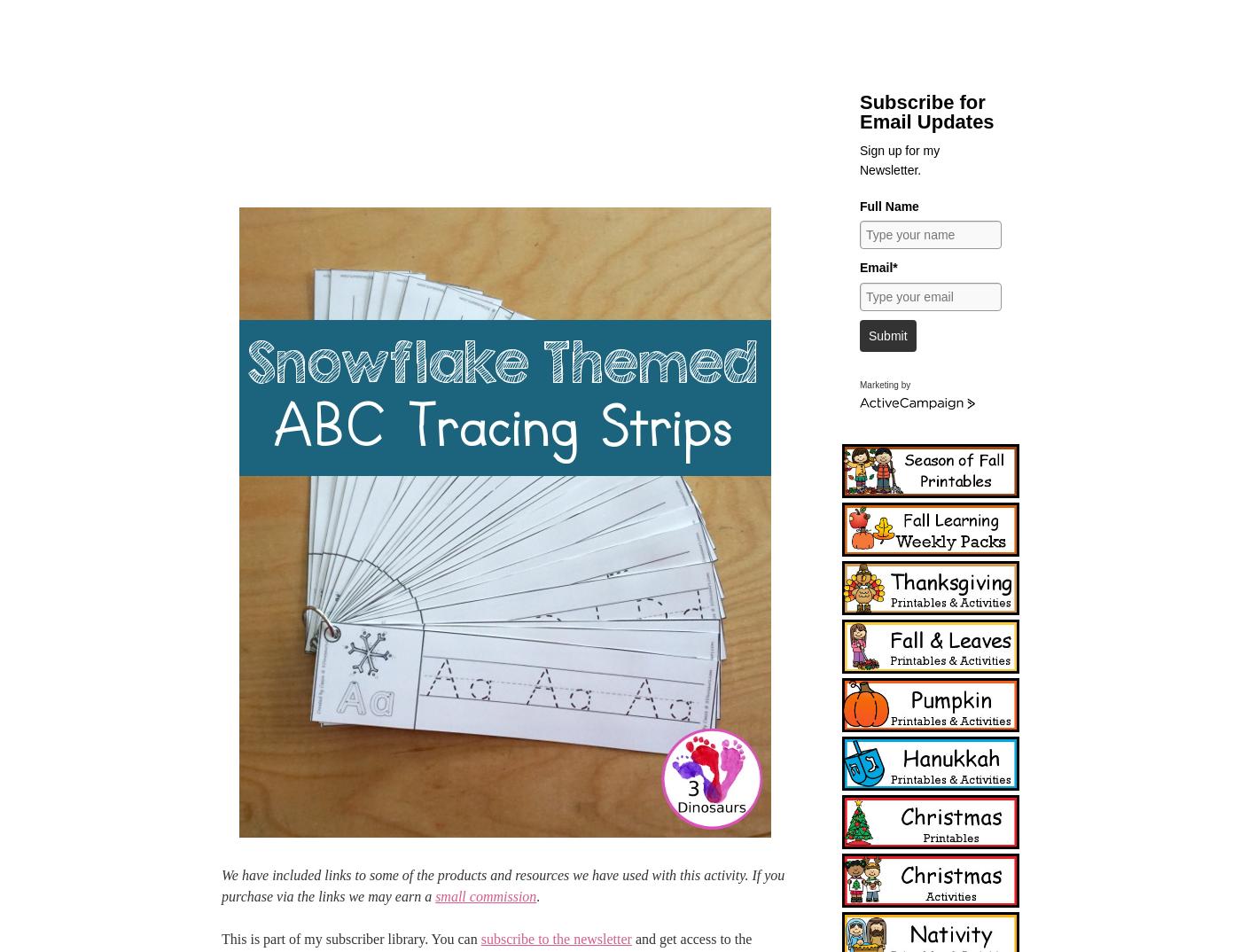 This screenshot has width=1241, height=952. What do you see at coordinates (538, 895) in the screenshot?
I see `'.'` at bounding box center [538, 895].